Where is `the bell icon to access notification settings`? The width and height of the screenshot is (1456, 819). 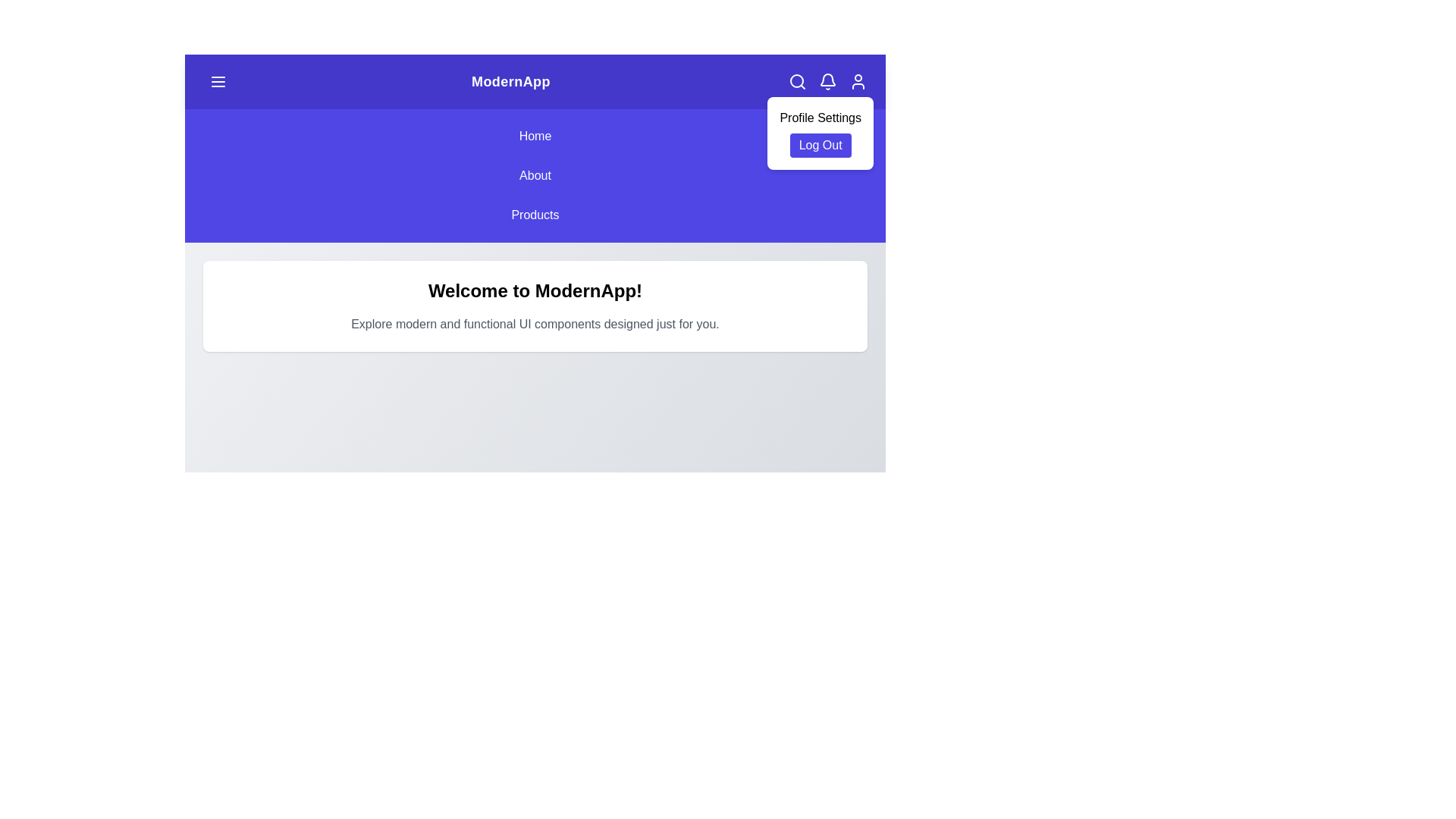 the bell icon to access notification settings is located at coordinates (826, 82).